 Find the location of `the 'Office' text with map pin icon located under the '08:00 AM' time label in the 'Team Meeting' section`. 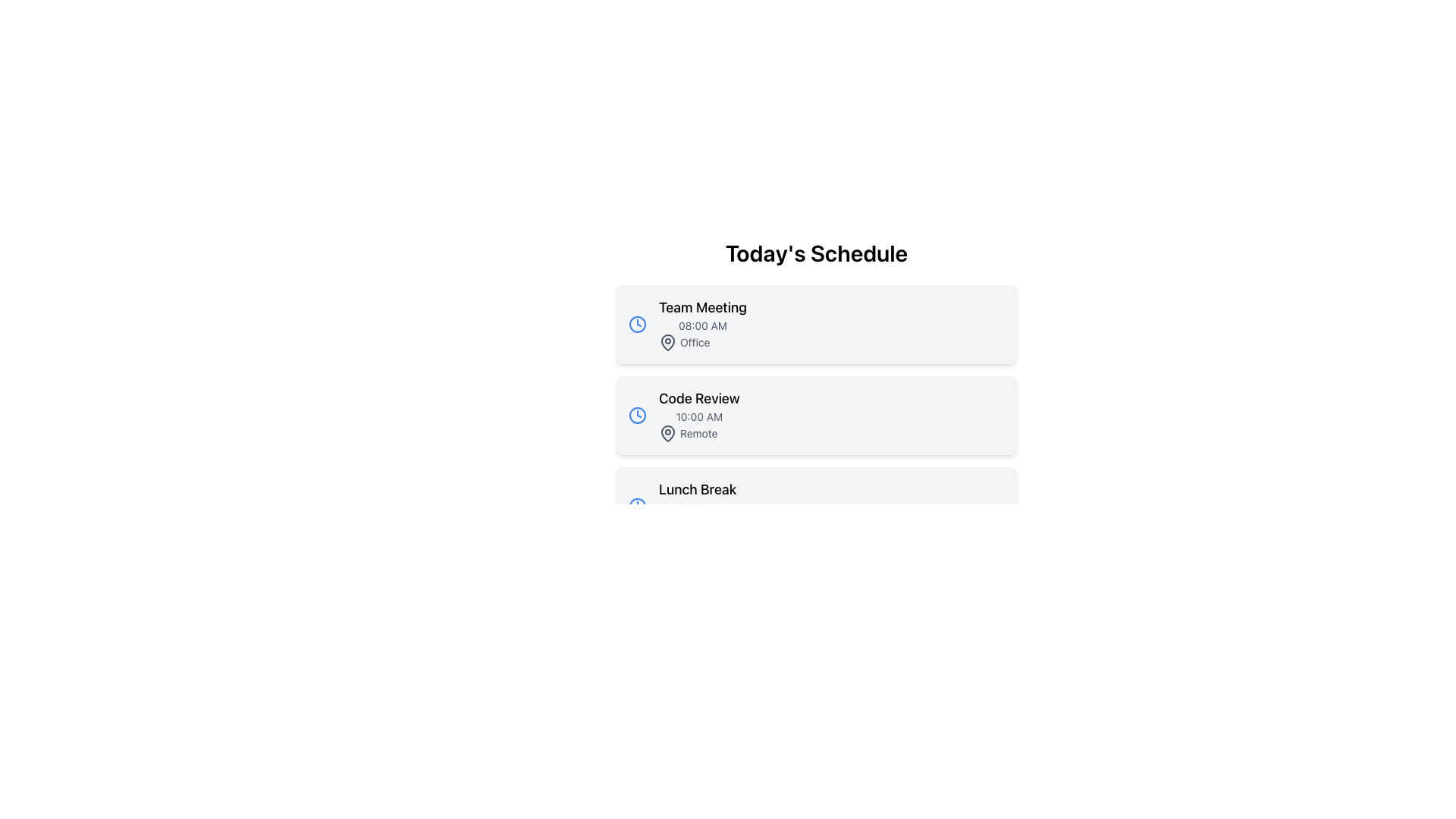

the 'Office' text with map pin icon located under the '08:00 AM' time label in the 'Team Meeting' section is located at coordinates (701, 342).